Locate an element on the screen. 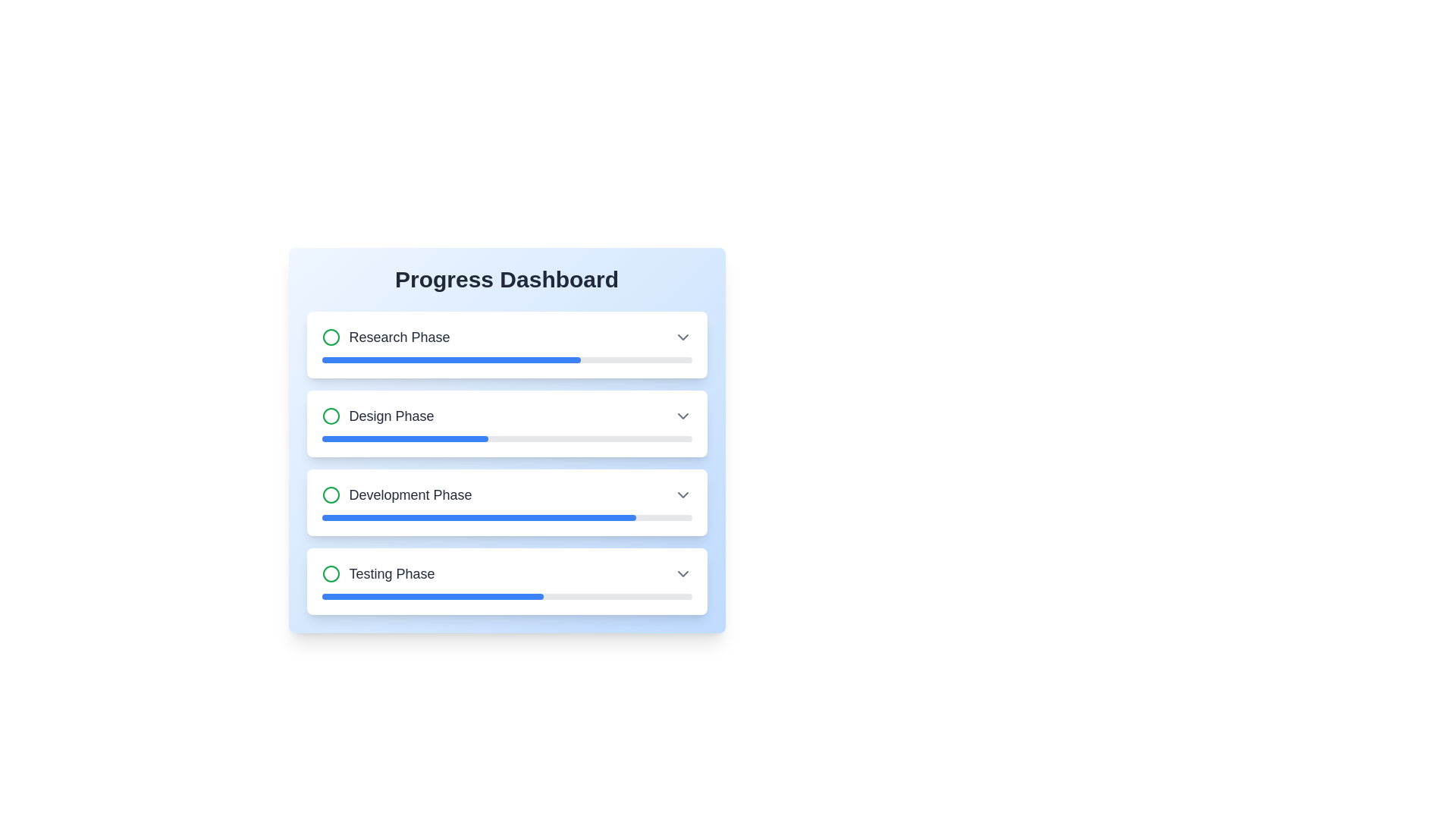 The image size is (1456, 819). green circular status marker located to the left of the 'Design Phase' label in the 'Progress Dashboard' for its properties is located at coordinates (330, 416).